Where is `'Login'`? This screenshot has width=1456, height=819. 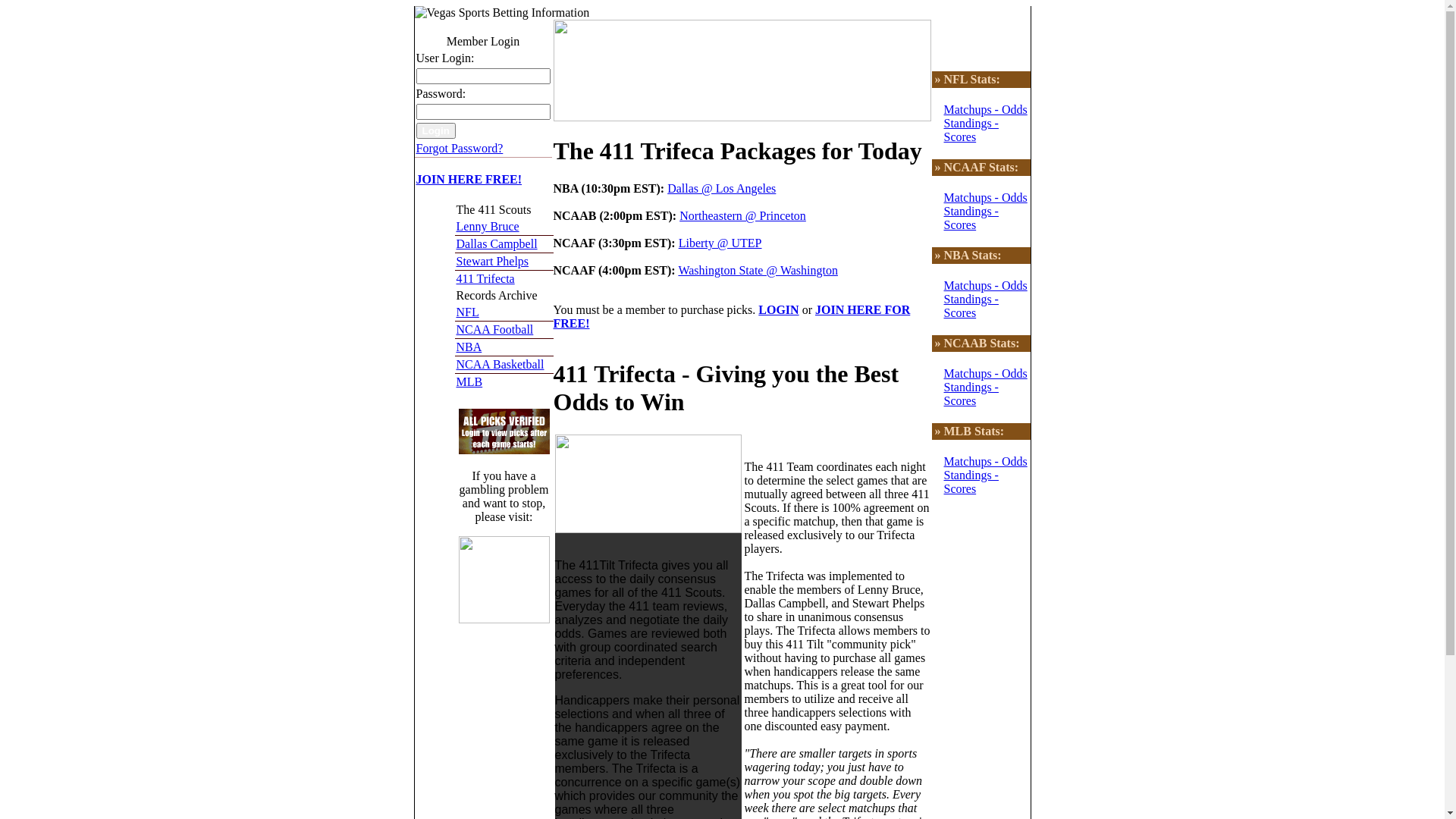 'Login' is located at coordinates (415, 130).